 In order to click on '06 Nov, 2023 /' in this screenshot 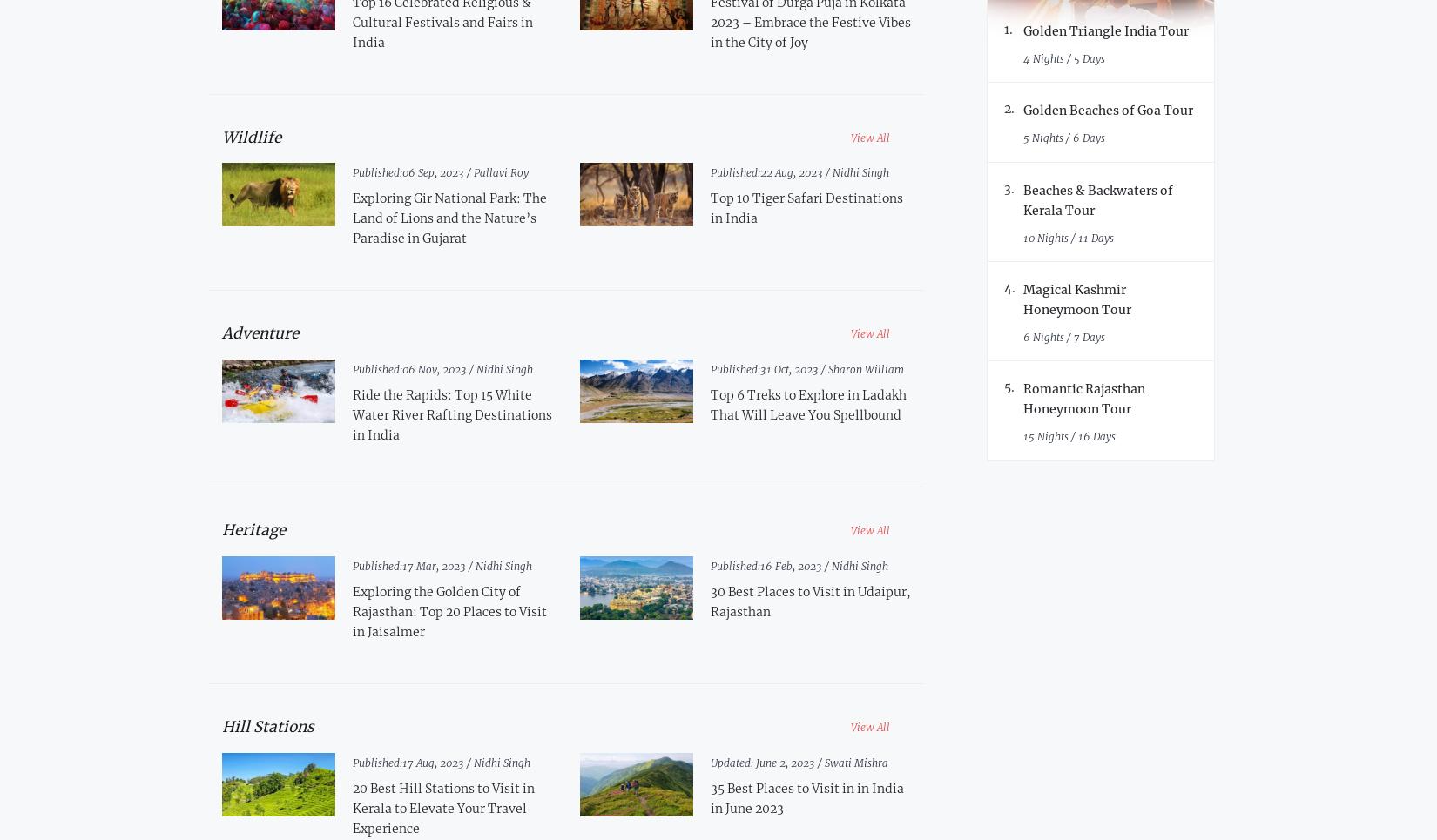, I will do `click(437, 369)`.